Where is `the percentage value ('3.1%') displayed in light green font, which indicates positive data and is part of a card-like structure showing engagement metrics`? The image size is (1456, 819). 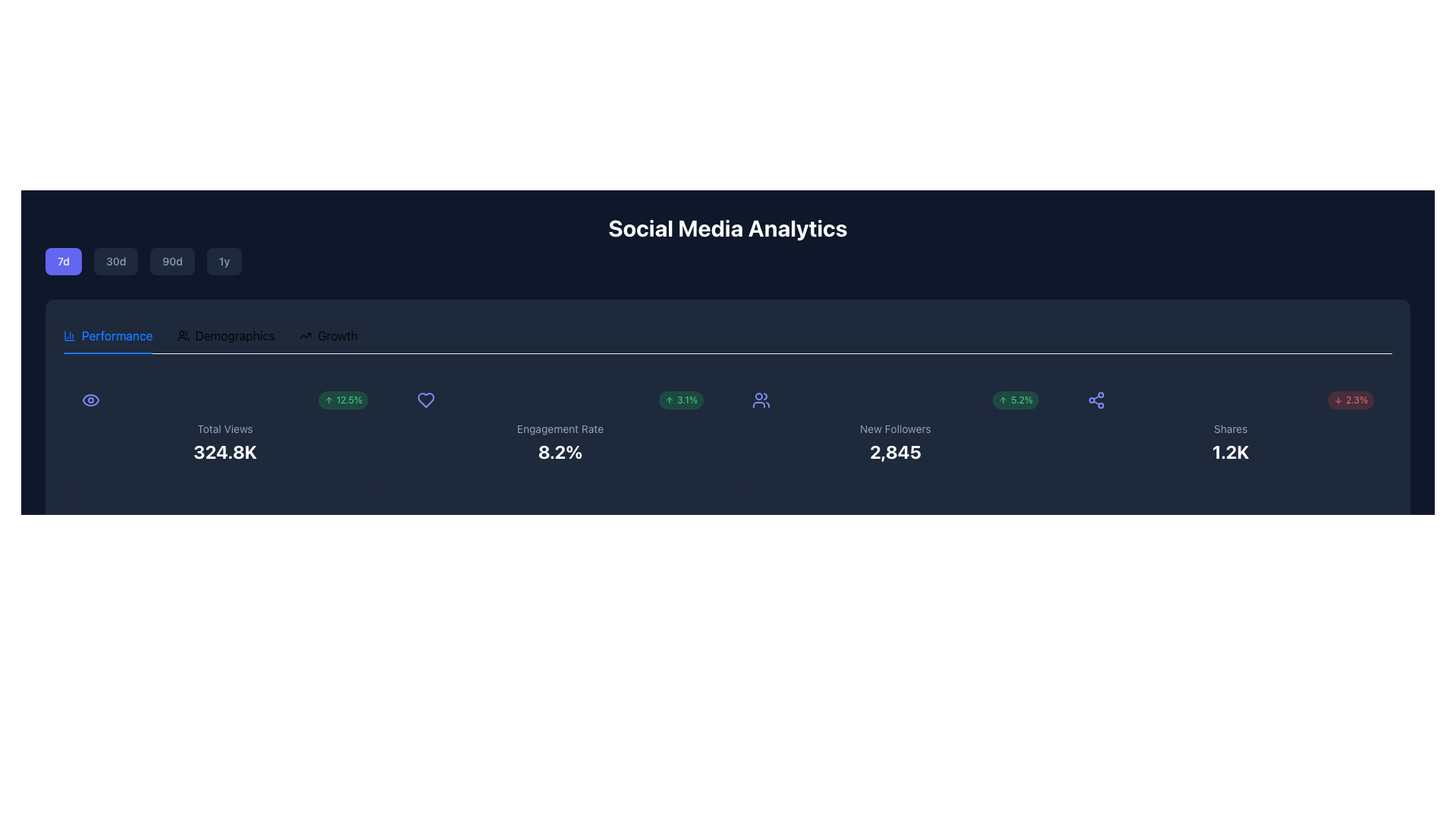 the percentage value ('3.1%') displayed in light green font, which indicates positive data and is part of a card-like structure showing engagement metrics is located at coordinates (560, 400).